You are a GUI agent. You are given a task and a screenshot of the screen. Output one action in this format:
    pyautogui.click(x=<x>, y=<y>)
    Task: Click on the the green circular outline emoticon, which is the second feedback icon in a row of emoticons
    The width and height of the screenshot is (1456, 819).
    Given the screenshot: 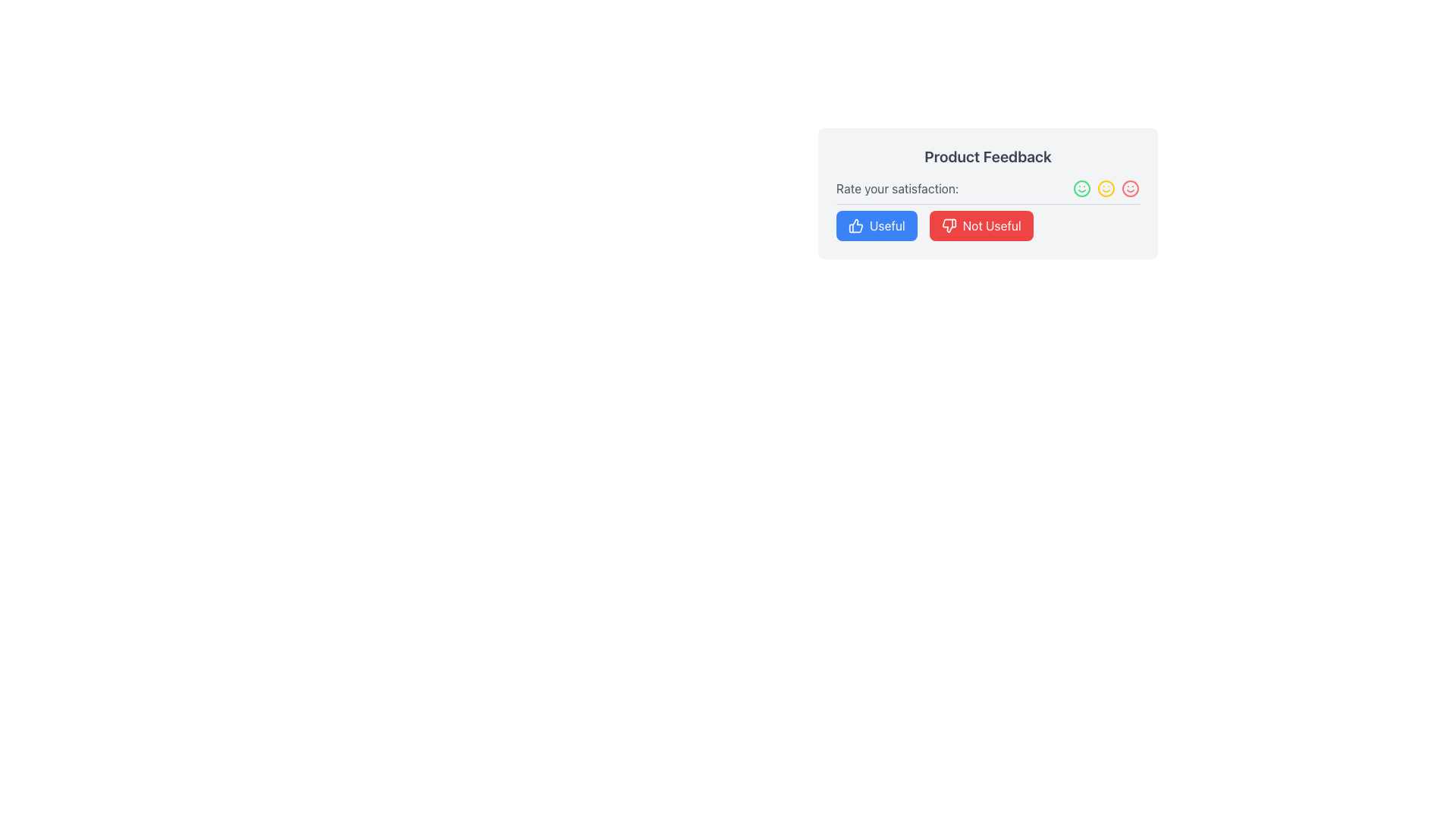 What is the action you would take?
    pyautogui.click(x=1081, y=188)
    